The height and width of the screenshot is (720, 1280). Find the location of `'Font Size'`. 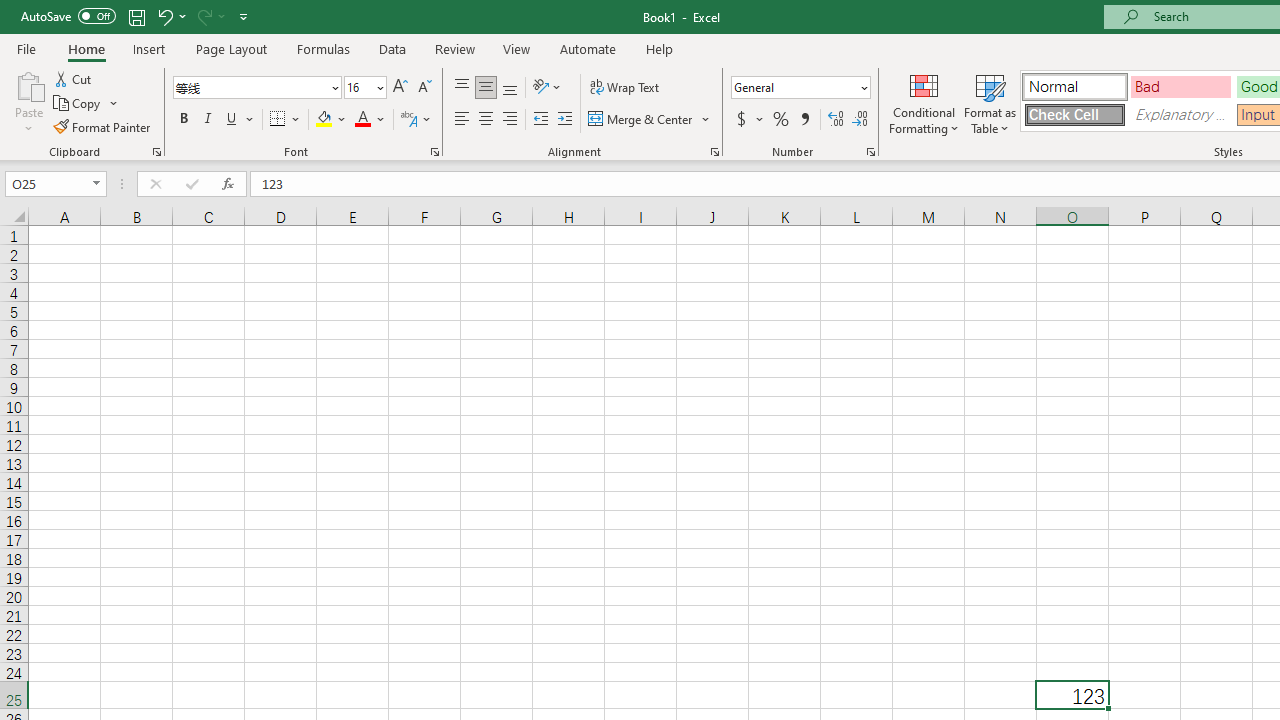

'Font Size' is located at coordinates (359, 86).